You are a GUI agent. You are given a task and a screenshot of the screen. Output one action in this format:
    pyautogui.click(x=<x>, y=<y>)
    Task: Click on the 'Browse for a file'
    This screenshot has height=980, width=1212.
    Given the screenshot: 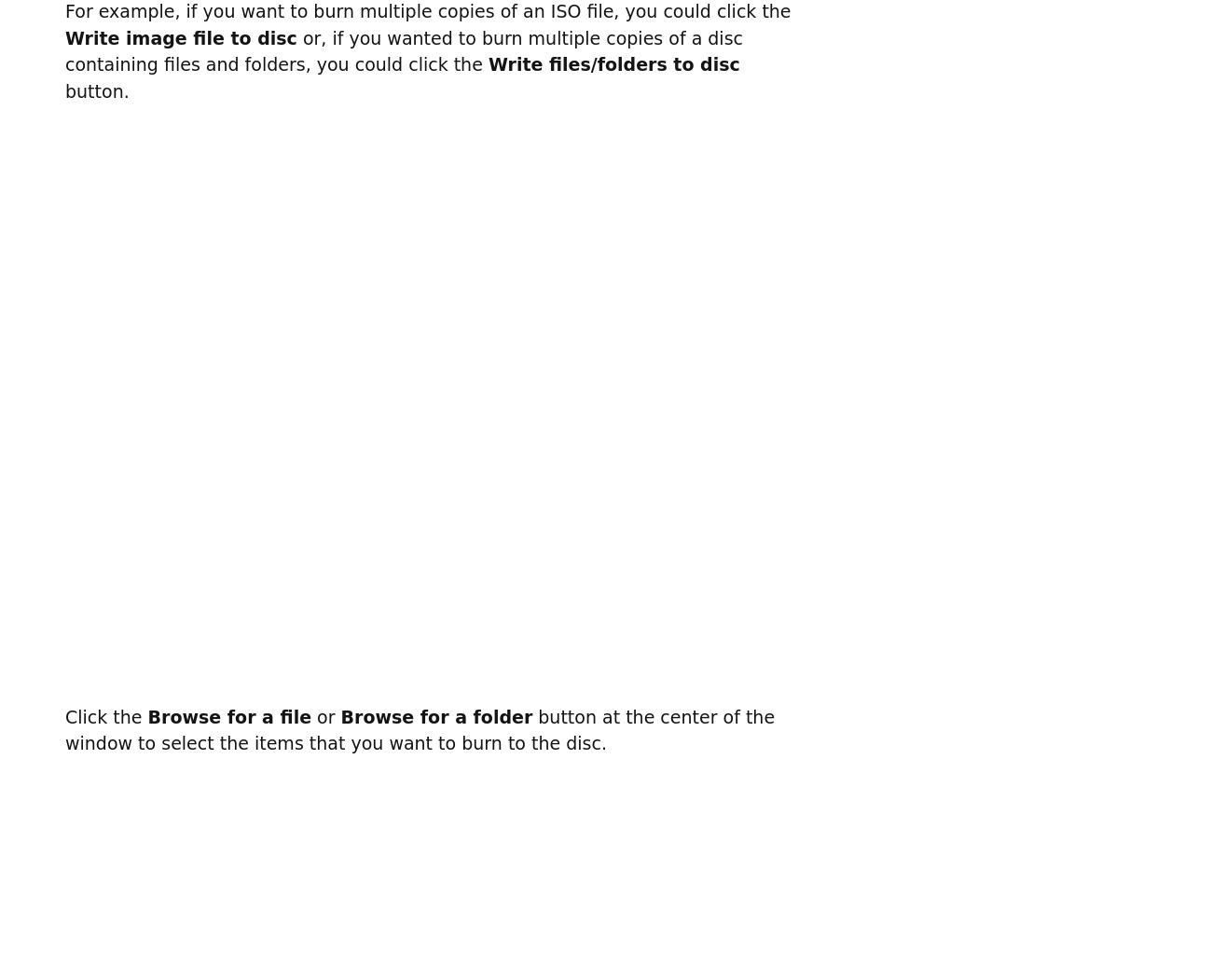 What is the action you would take?
    pyautogui.click(x=145, y=715)
    